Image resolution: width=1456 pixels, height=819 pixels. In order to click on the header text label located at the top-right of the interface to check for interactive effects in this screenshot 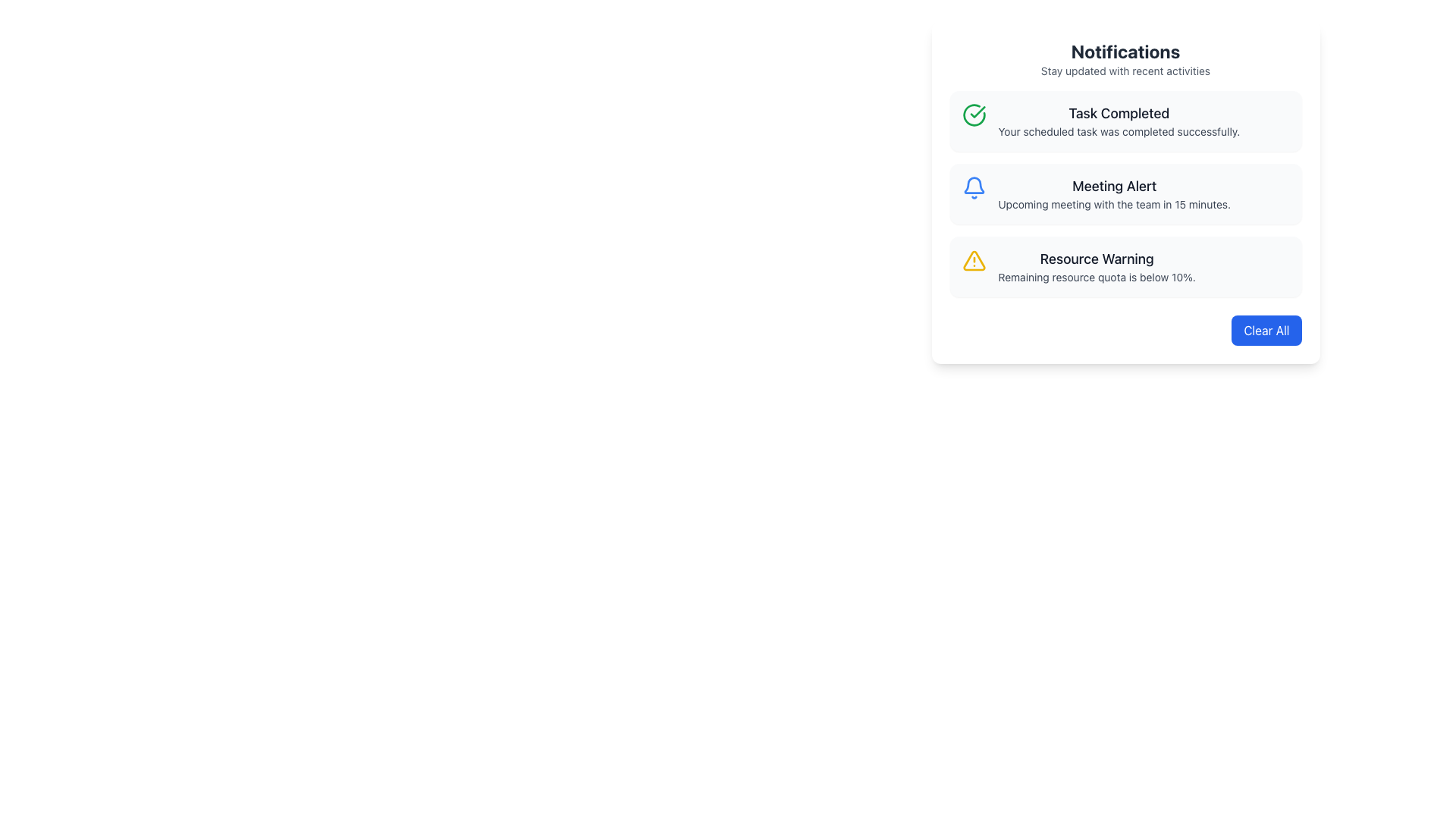, I will do `click(1125, 51)`.